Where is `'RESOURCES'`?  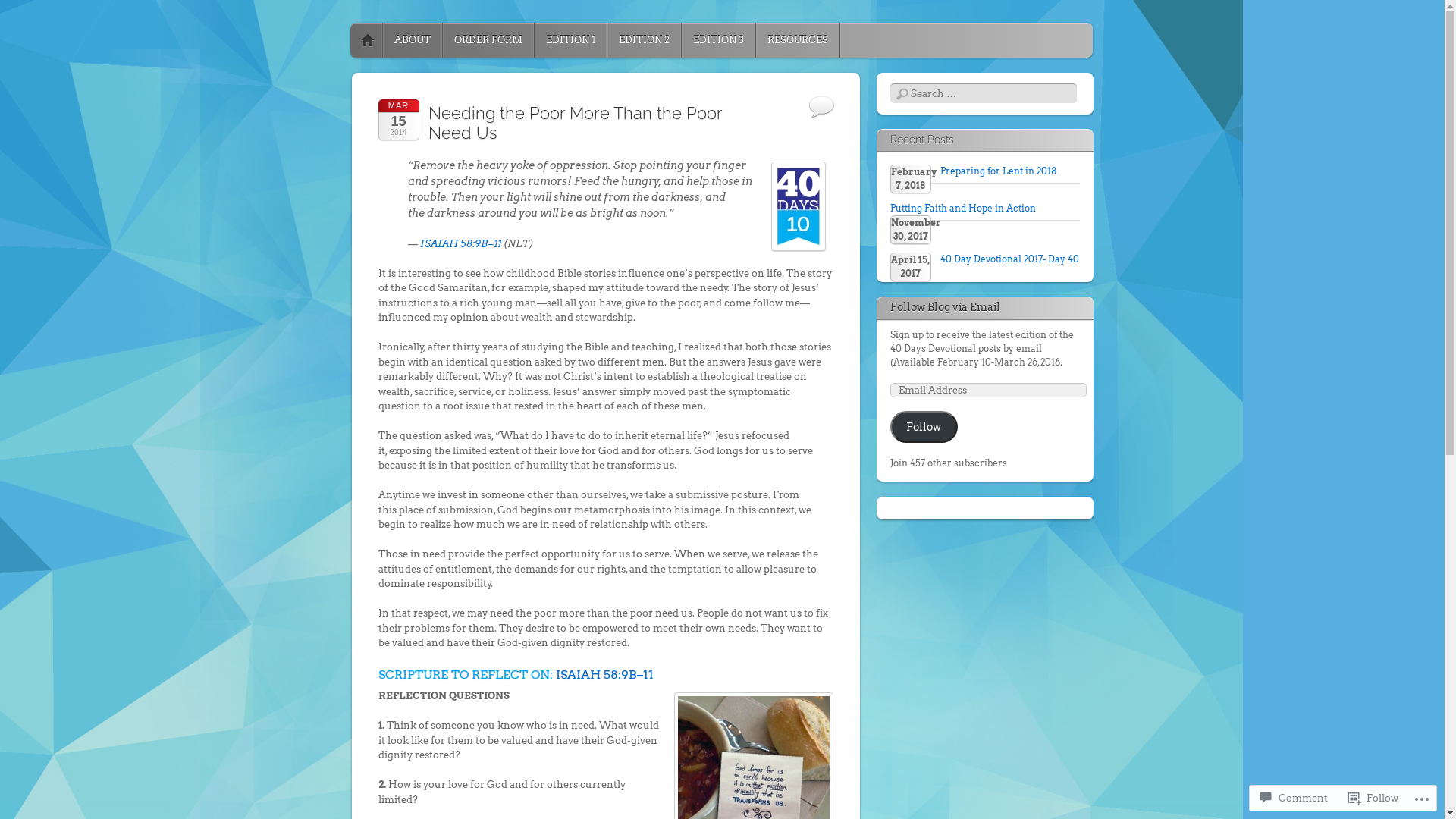
'RESOURCES' is located at coordinates (796, 39).